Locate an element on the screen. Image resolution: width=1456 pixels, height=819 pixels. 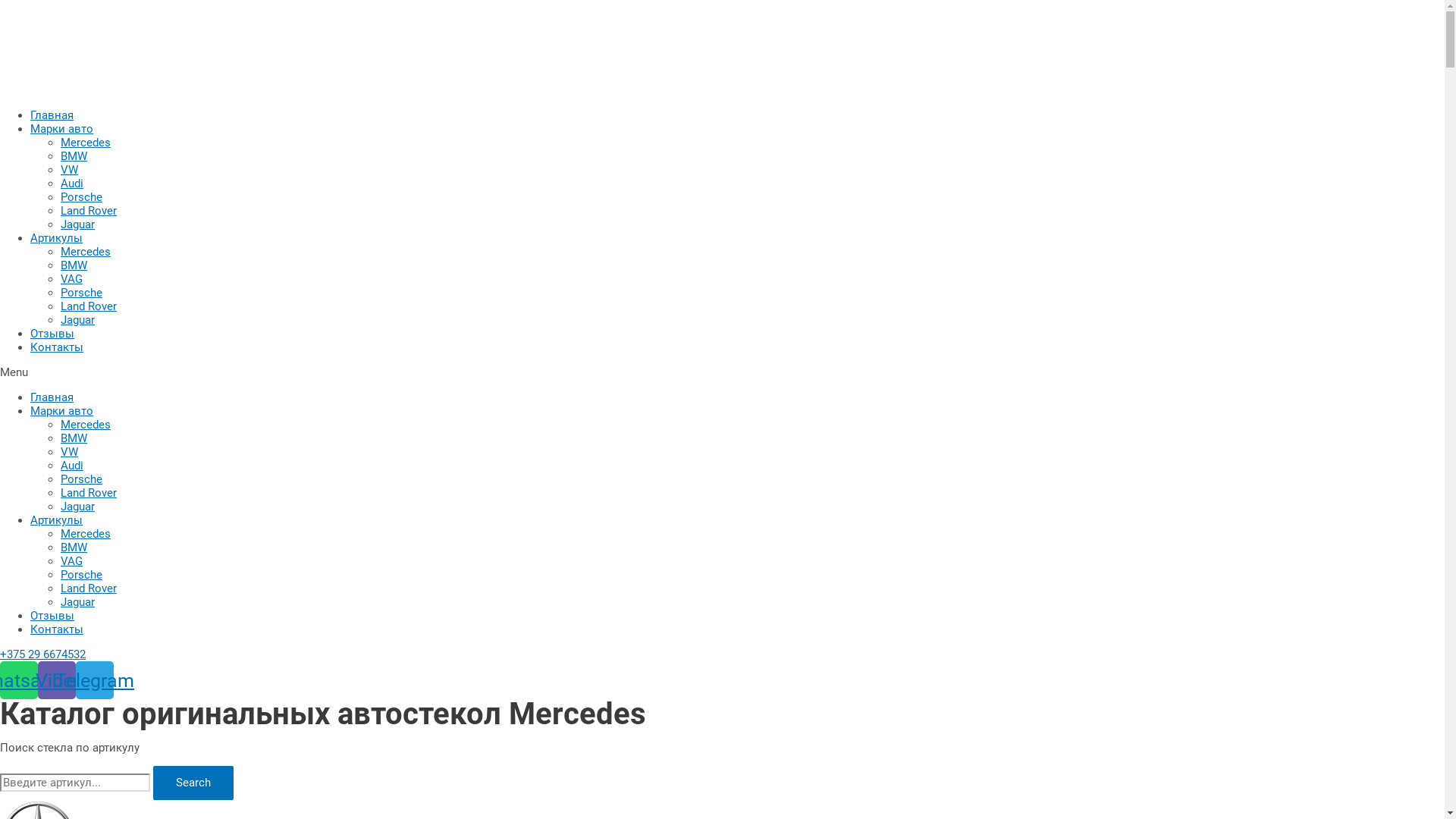
'Mercedes' is located at coordinates (85, 143).